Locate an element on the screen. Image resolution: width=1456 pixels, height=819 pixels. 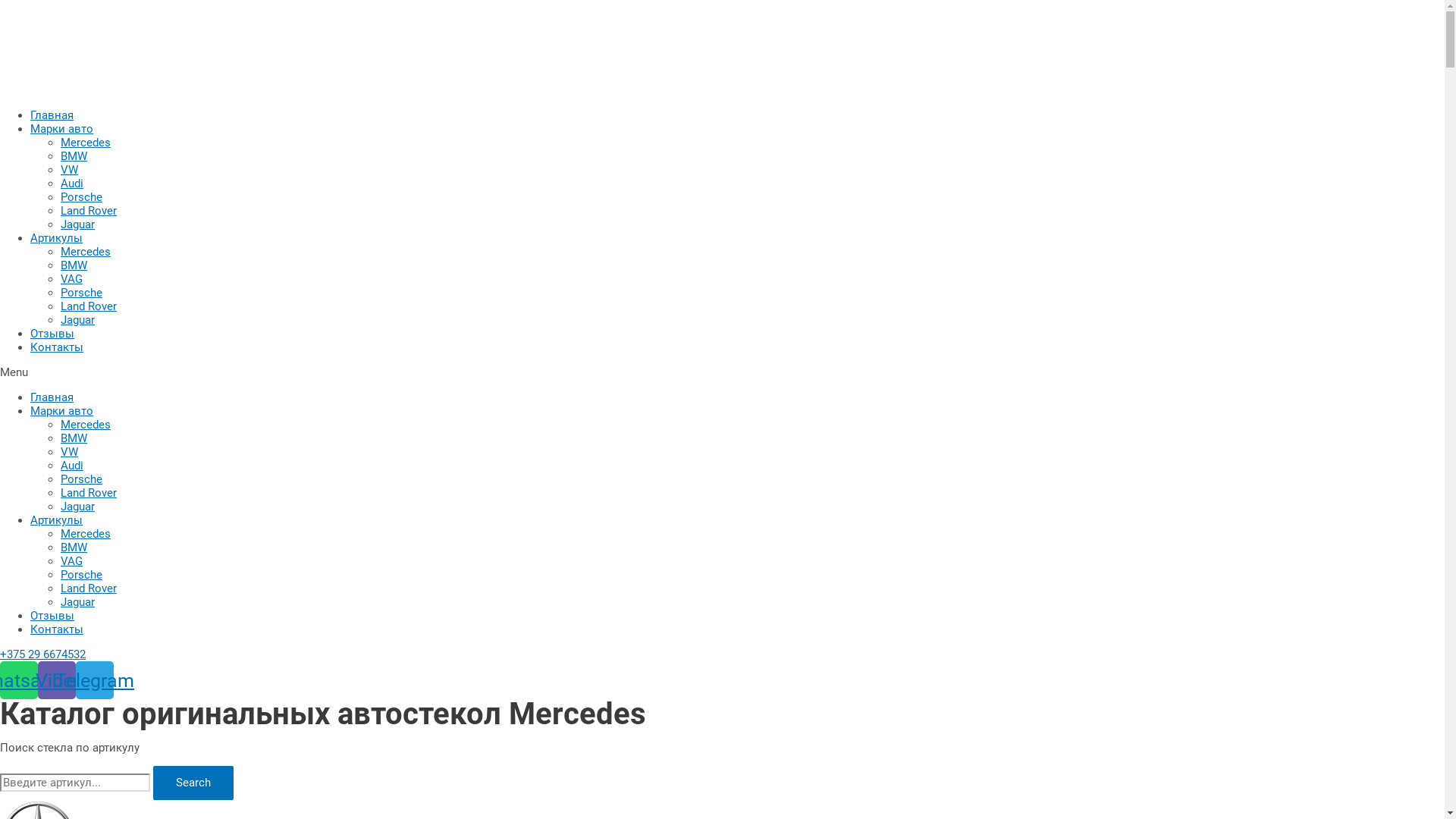
'Mercedes' is located at coordinates (85, 143).